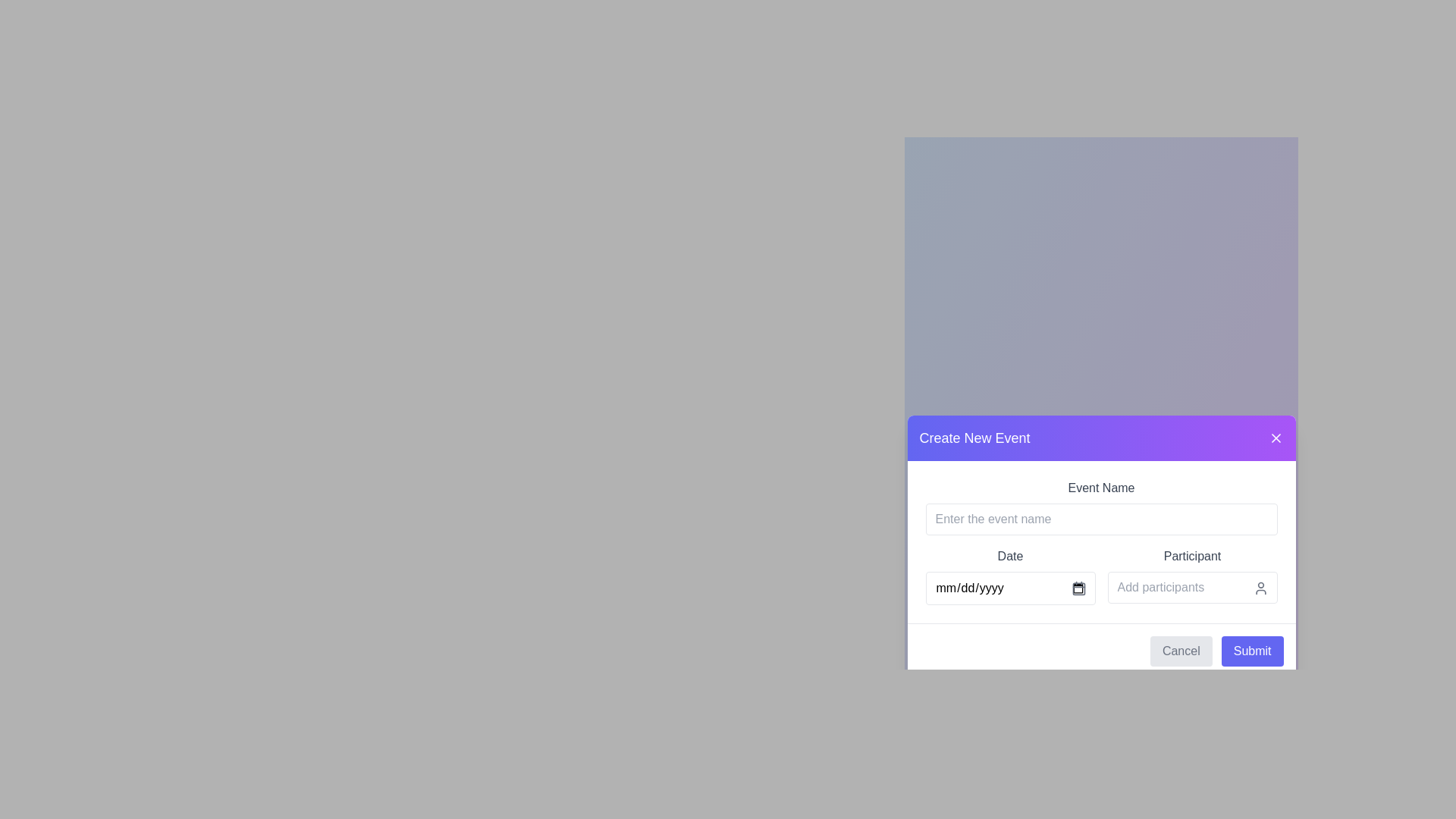  What do you see at coordinates (1191, 556) in the screenshot?
I see `the label in the 'Create New Event' modal dialog box, which identifies or describes a related field, located below the date field and above the 'Add participants' input` at bounding box center [1191, 556].